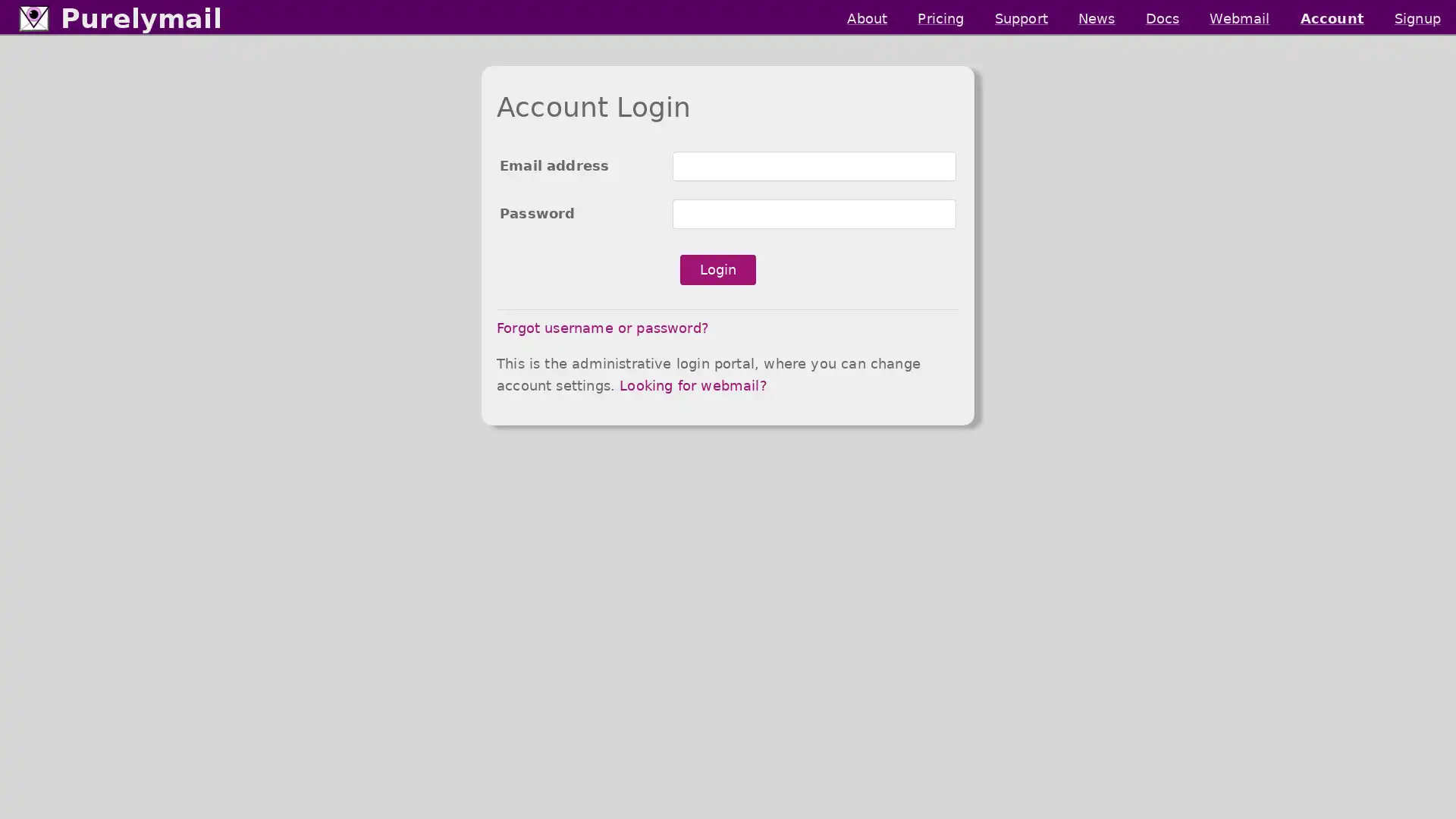  I want to click on Login, so click(717, 268).